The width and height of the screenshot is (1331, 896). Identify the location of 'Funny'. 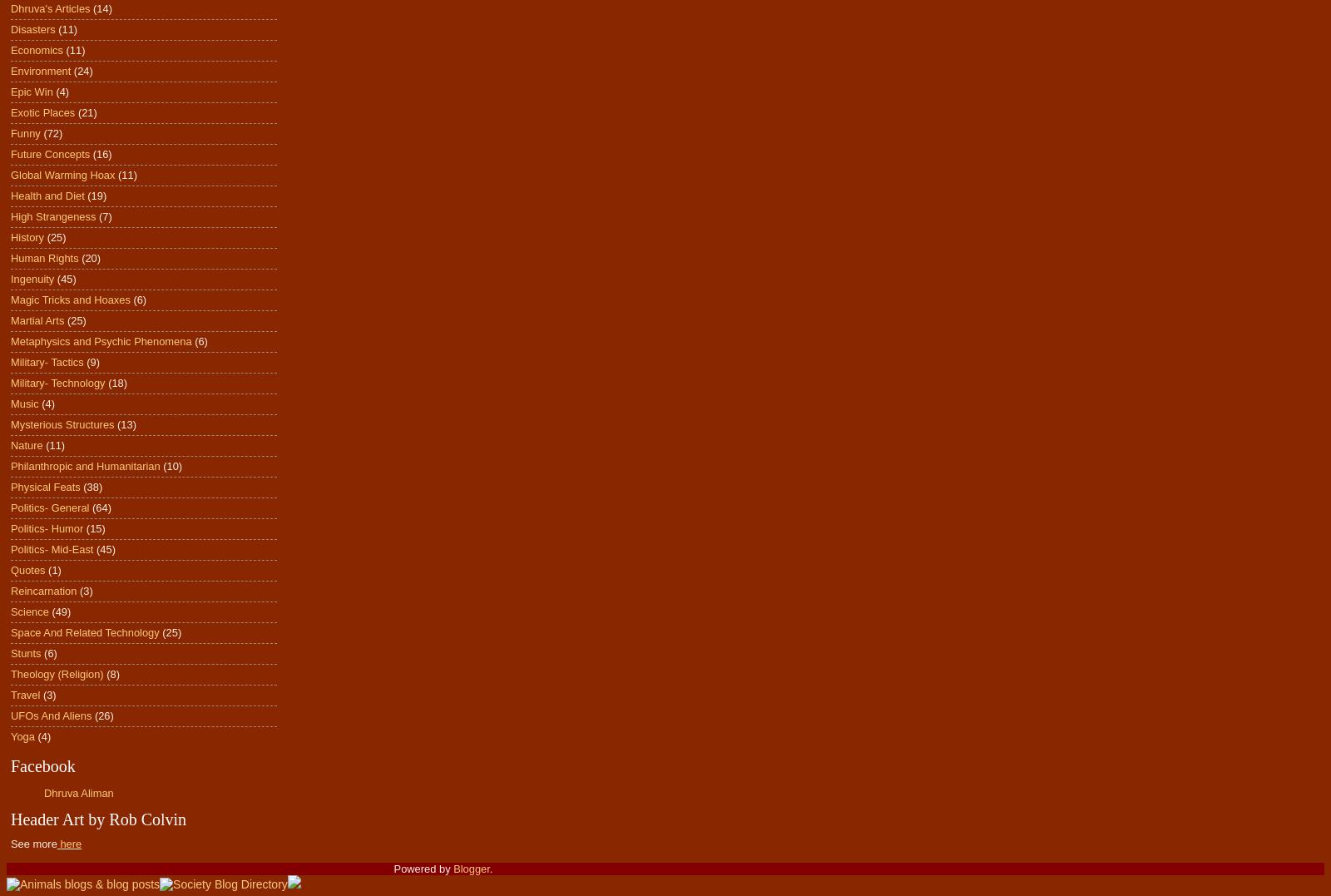
(24, 133).